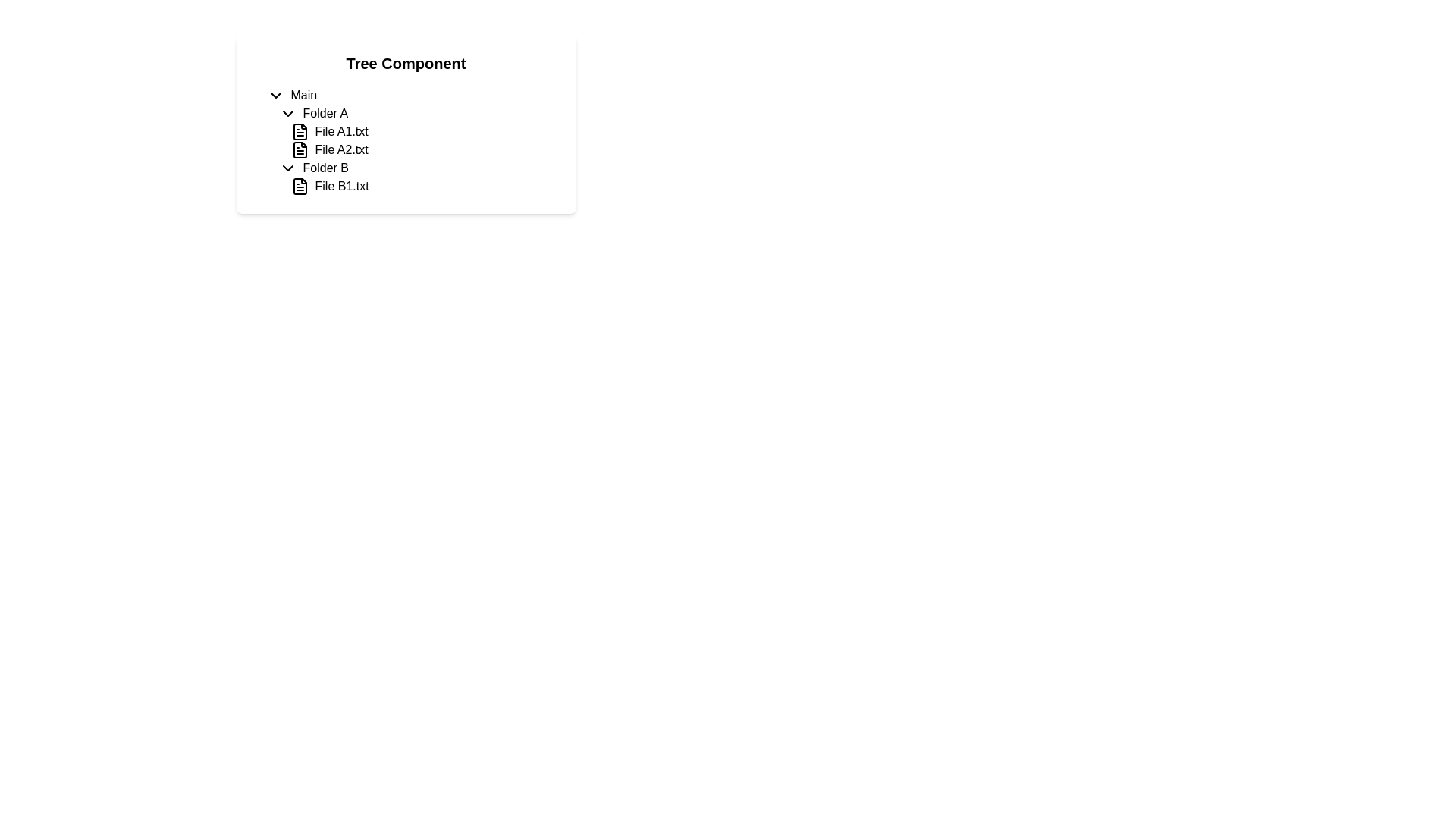  Describe the element at coordinates (300, 186) in the screenshot. I see `the document icon representing 'File B1.txt' located under 'Folder B'` at that location.